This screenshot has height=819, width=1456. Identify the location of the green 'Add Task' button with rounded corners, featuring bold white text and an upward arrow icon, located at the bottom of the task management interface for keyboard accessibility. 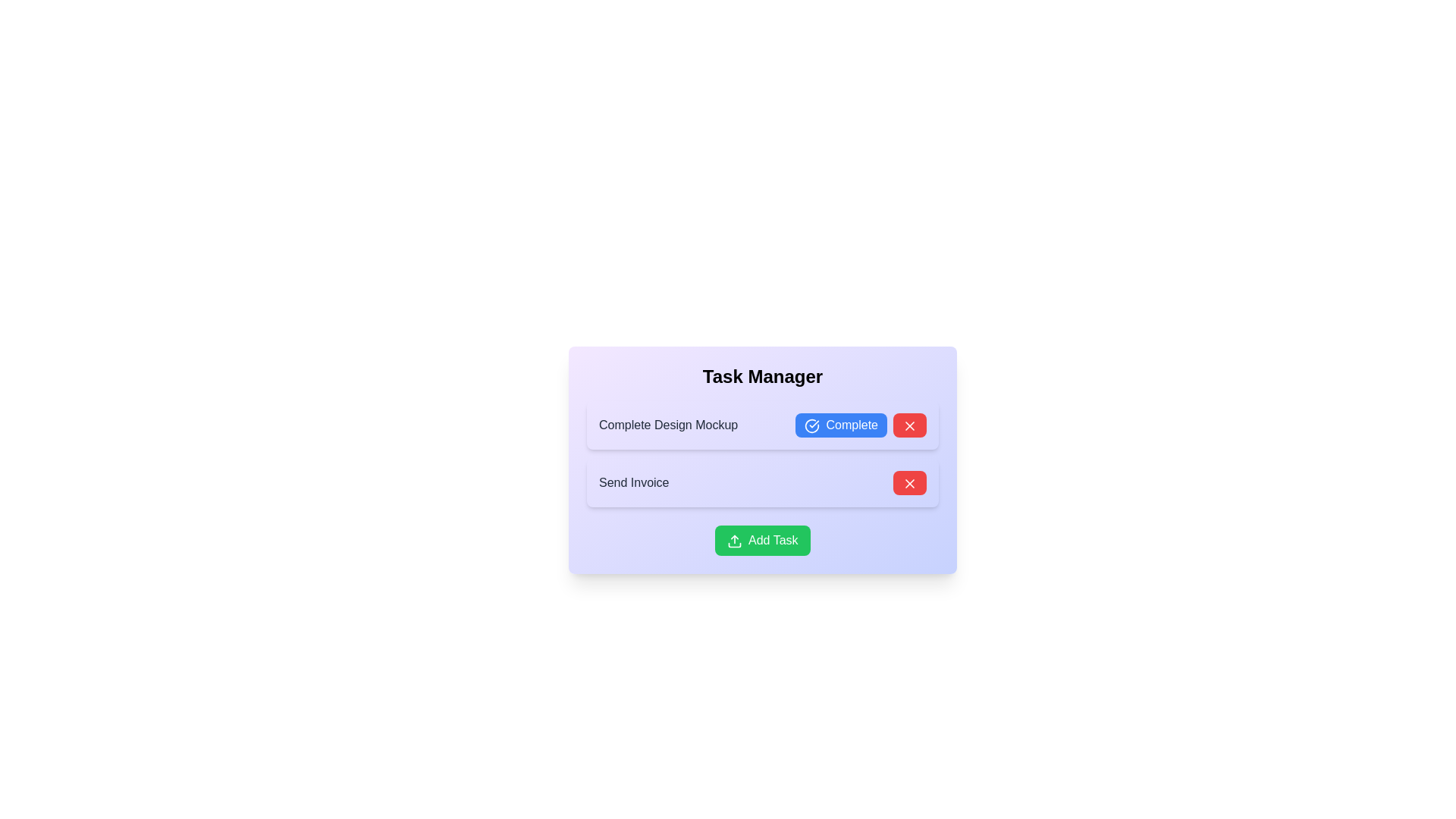
(763, 540).